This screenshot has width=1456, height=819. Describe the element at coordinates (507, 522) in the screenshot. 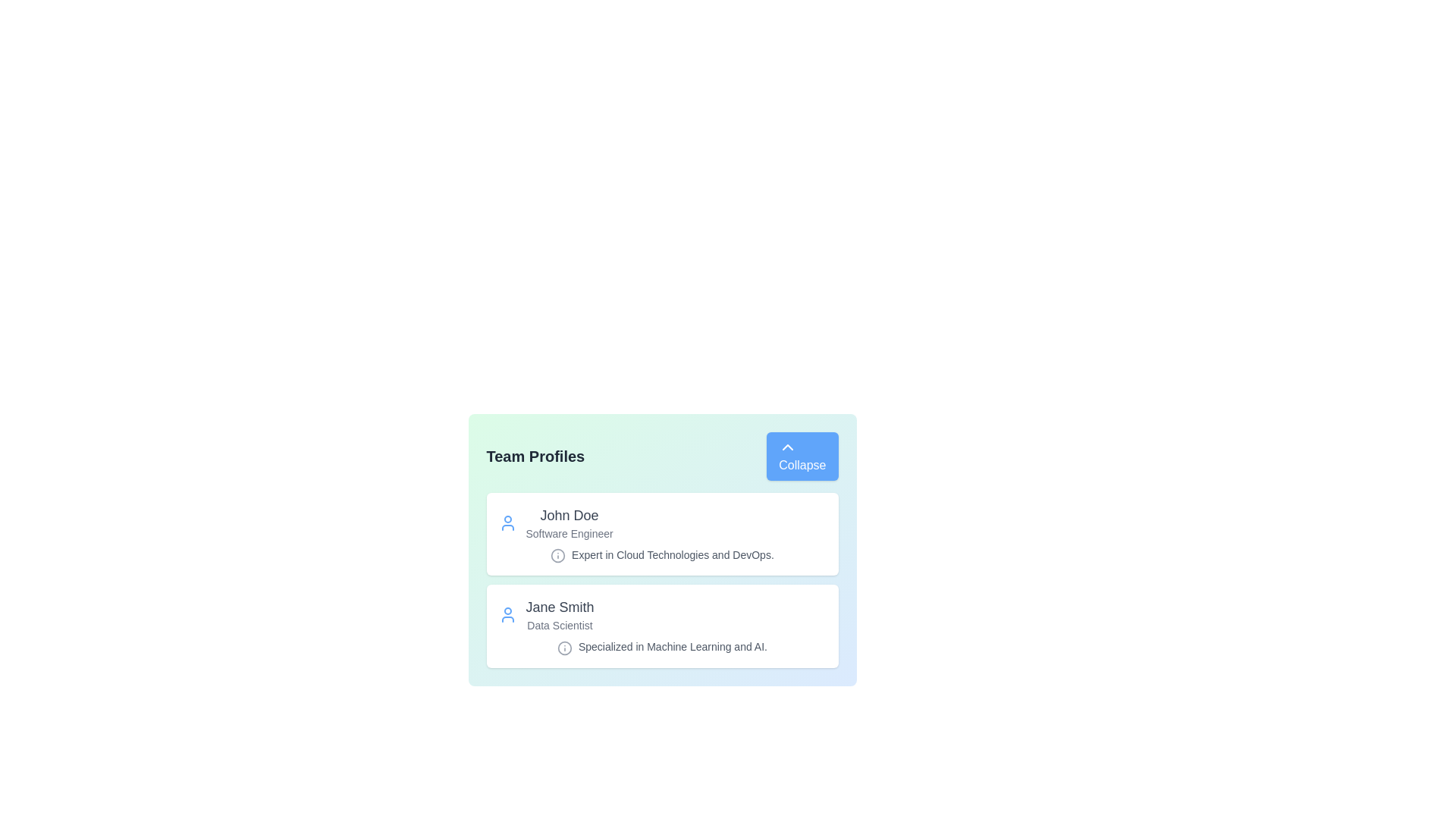

I see `the user icon of the profile identified by John Doe` at that location.